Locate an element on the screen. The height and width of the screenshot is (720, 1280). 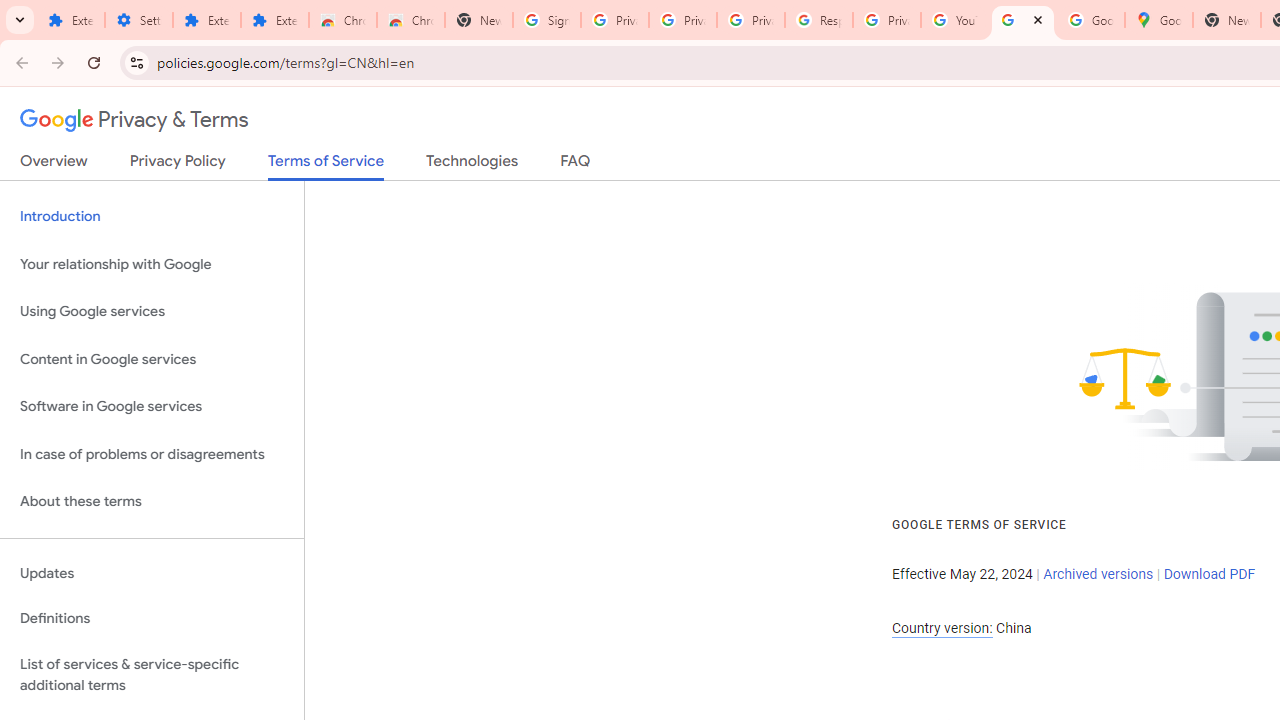
'Your relationship with Google' is located at coordinates (151, 263).